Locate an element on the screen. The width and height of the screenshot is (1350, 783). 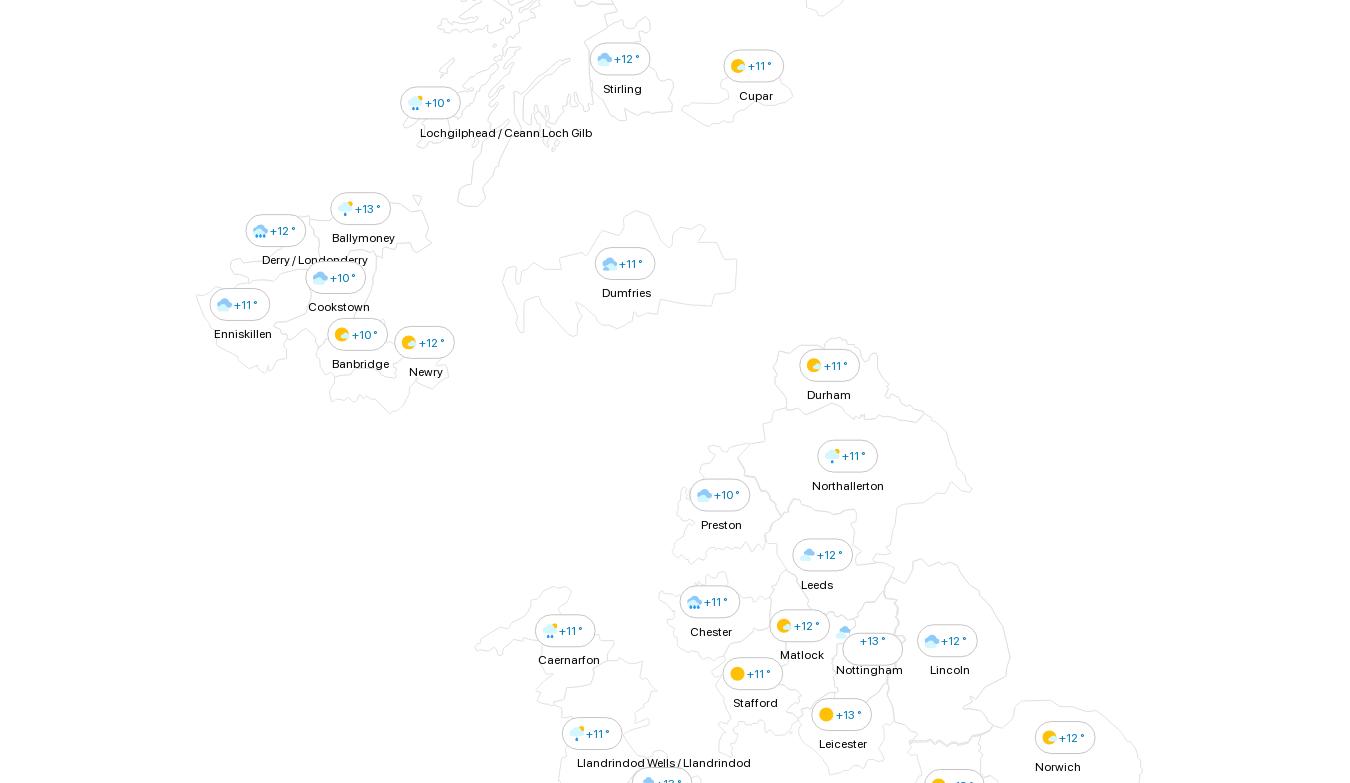
'Lincoln' is located at coordinates (948, 669).